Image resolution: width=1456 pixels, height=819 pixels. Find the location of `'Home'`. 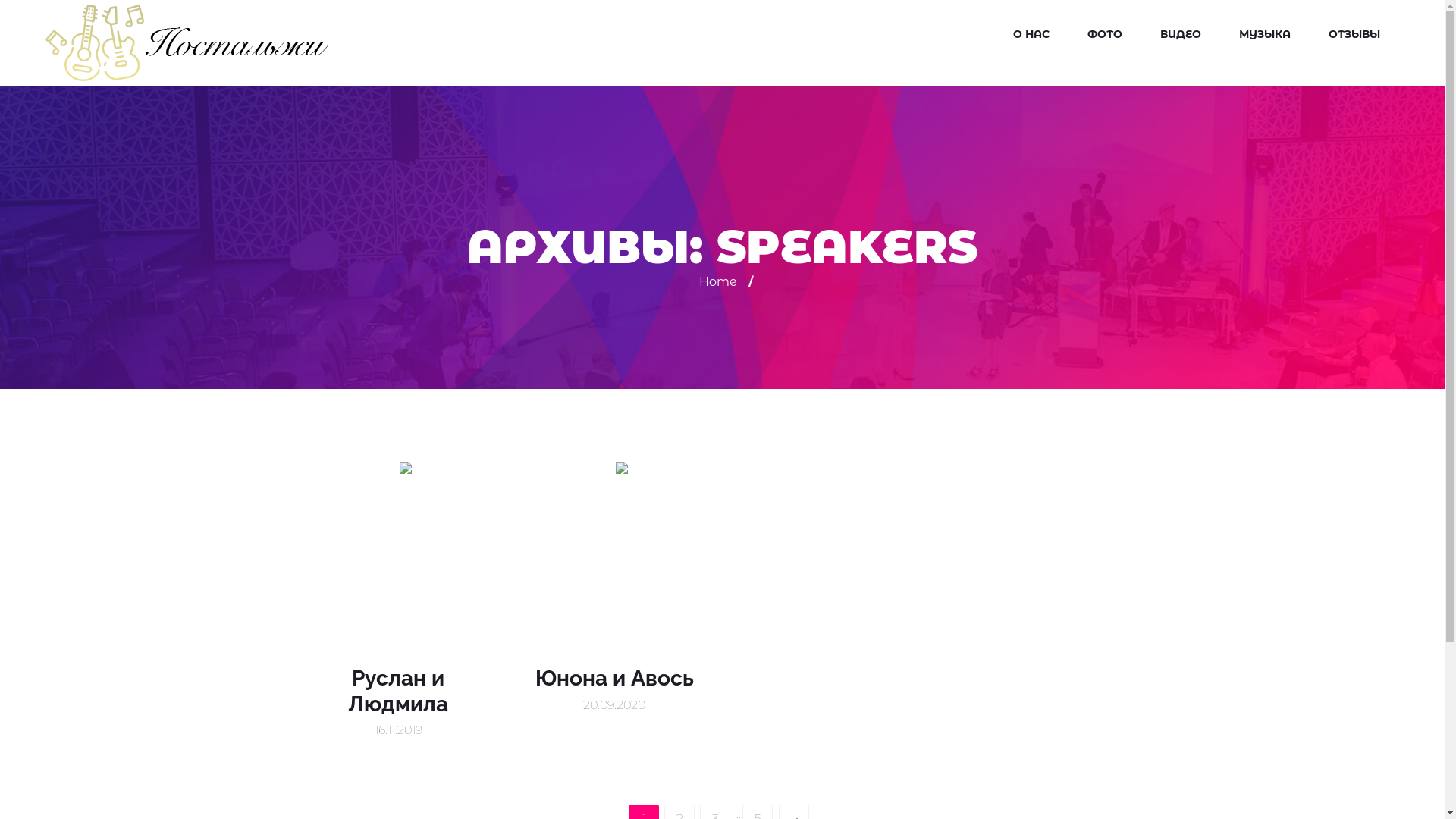

'Home' is located at coordinates (717, 281).